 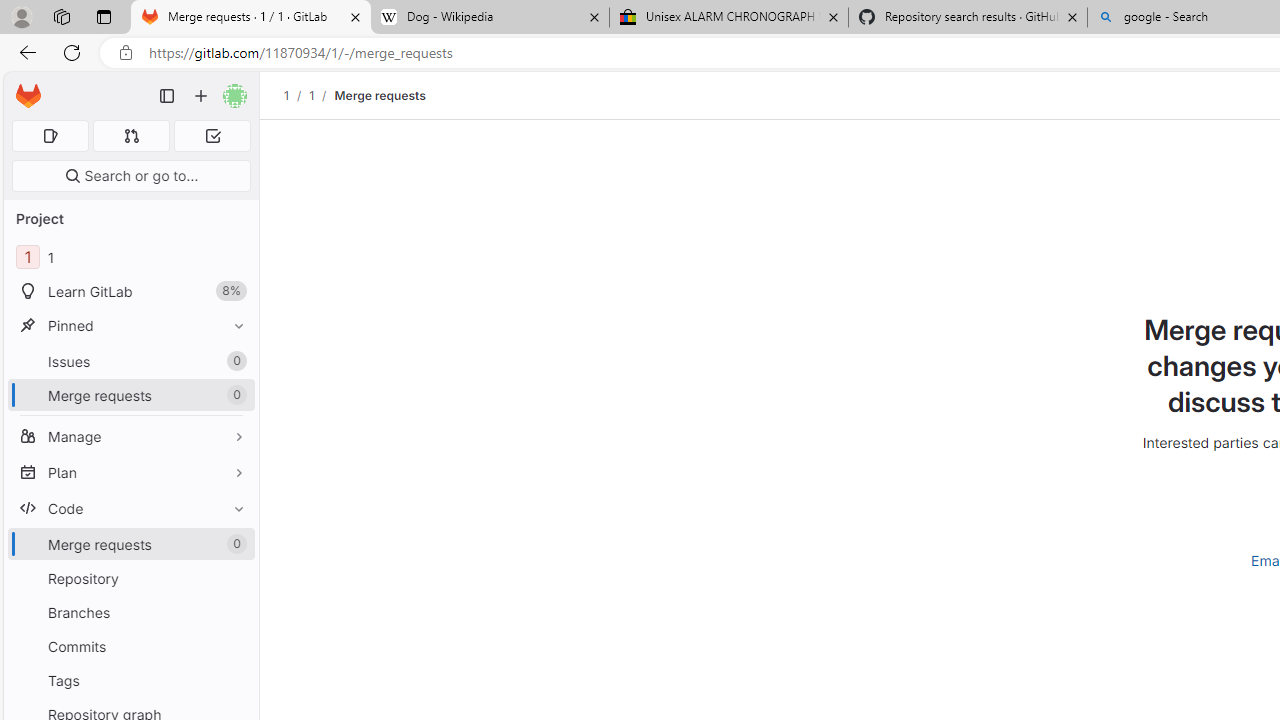 I want to click on '1', so click(x=310, y=95).